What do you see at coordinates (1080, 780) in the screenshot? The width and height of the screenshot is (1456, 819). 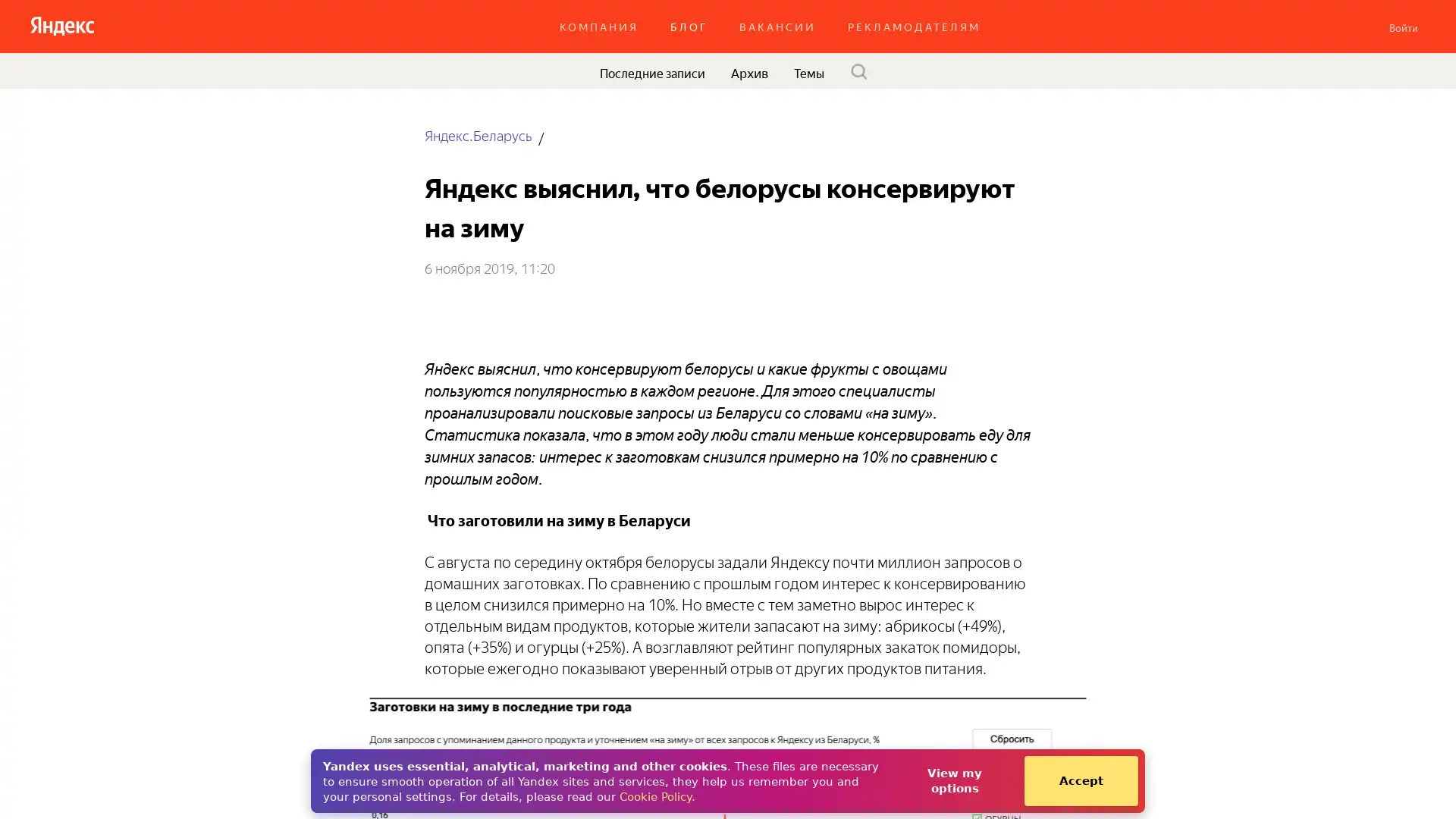 I see `Accept` at bounding box center [1080, 780].